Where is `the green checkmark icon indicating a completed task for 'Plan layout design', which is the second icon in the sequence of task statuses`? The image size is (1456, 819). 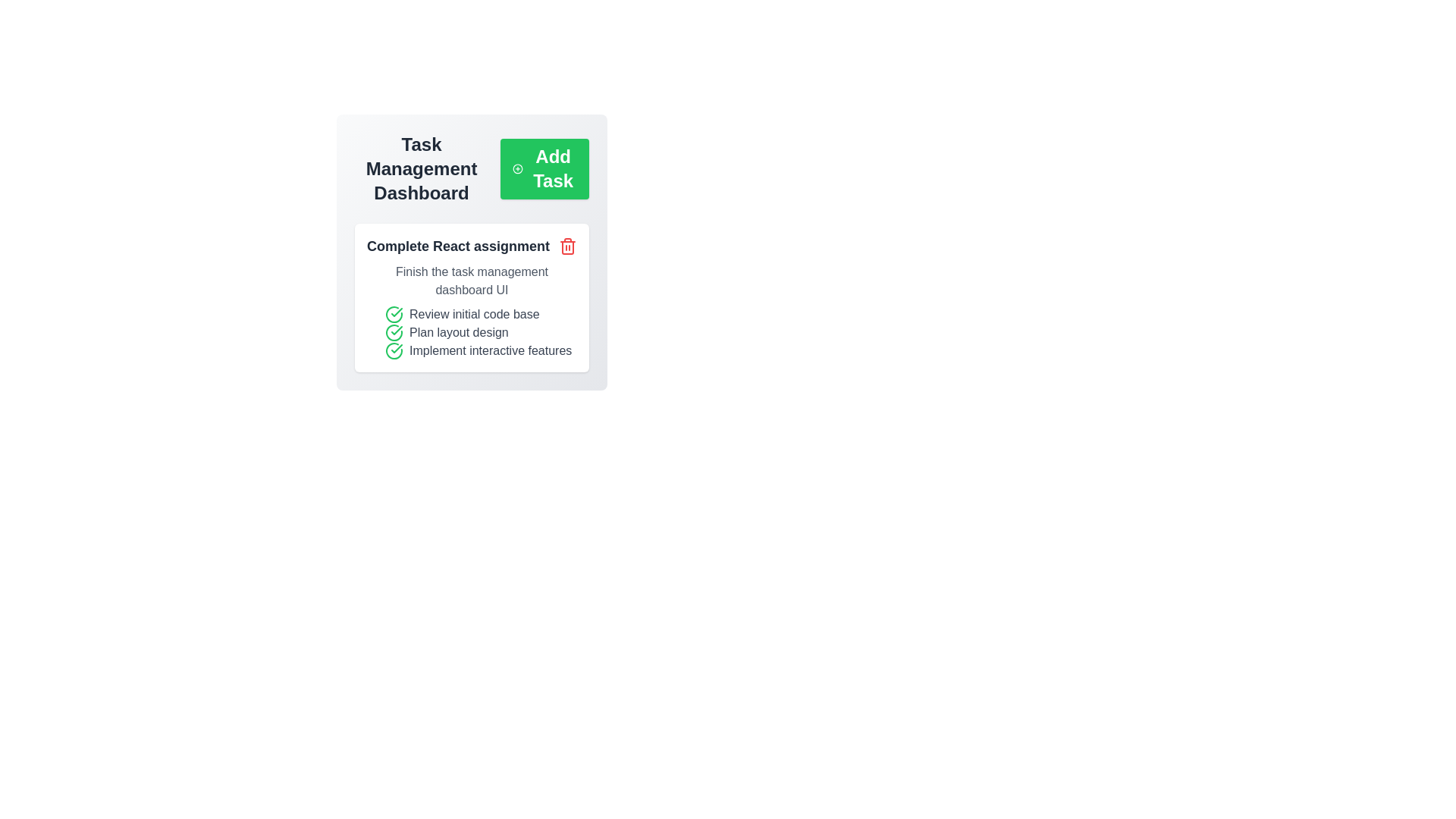 the green checkmark icon indicating a completed task for 'Plan layout design', which is the second icon in the sequence of task statuses is located at coordinates (397, 312).